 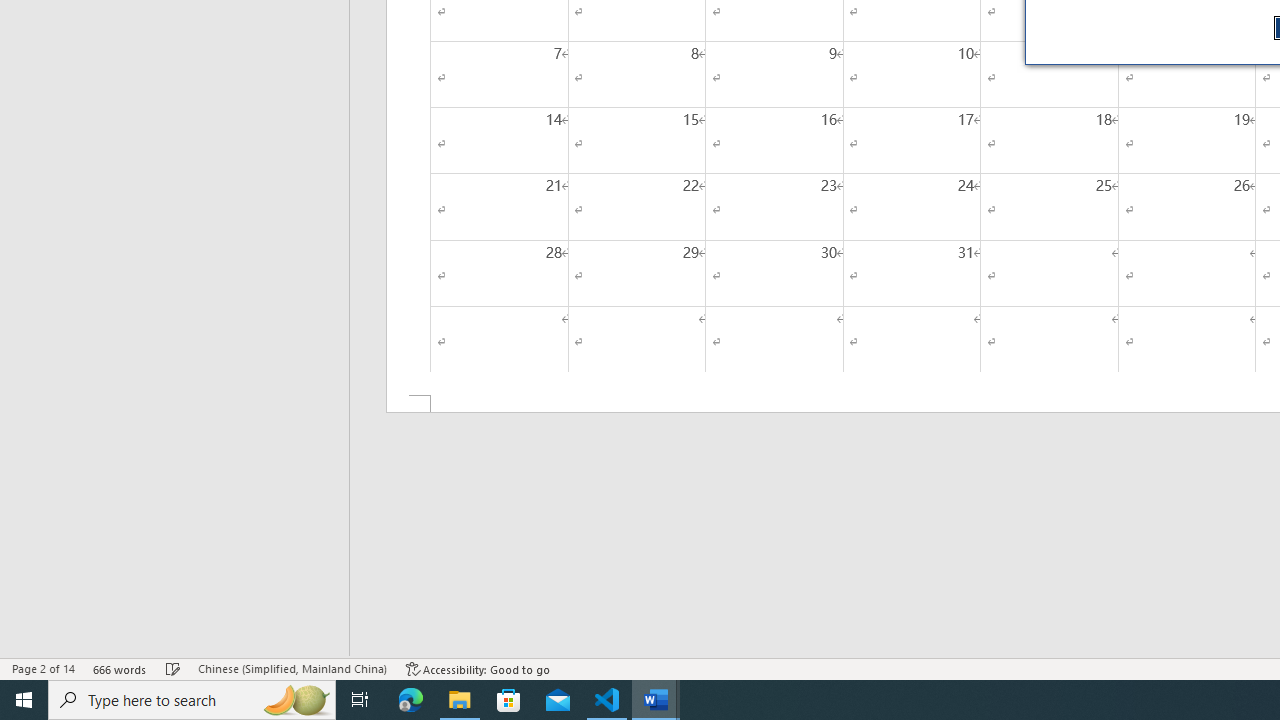 I want to click on 'Word - 2 running windows', so click(x=656, y=698).